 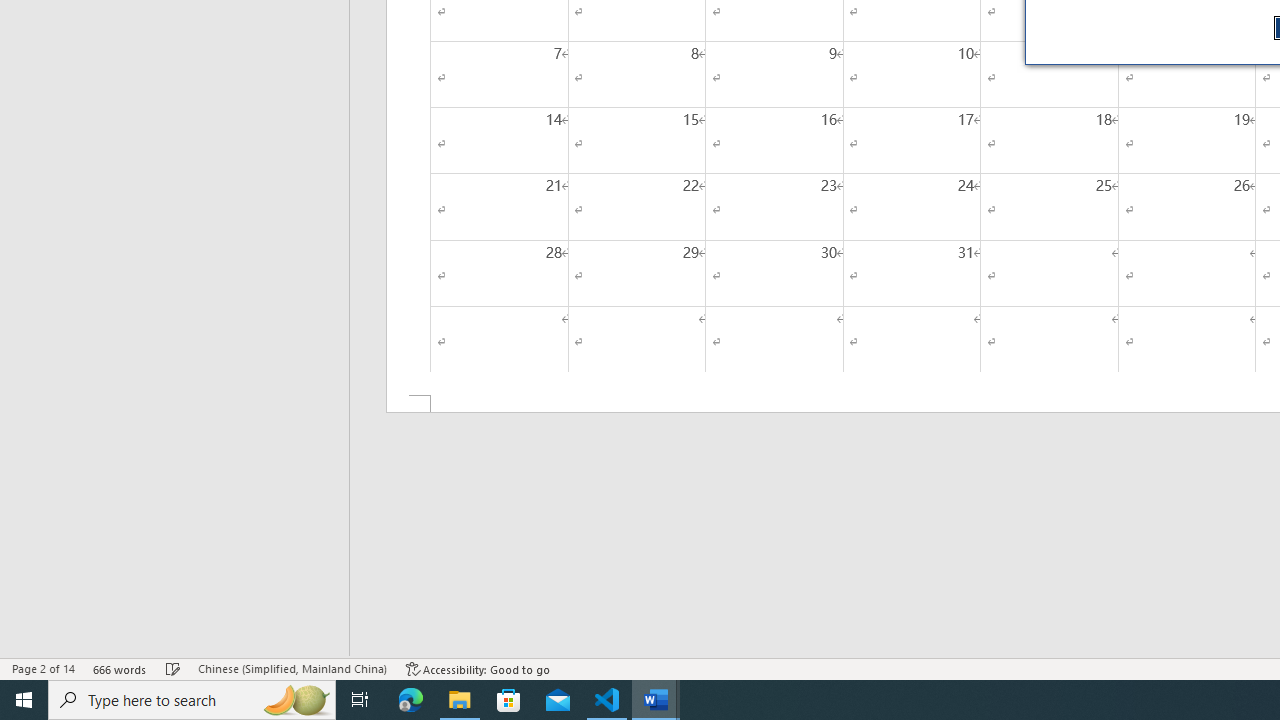 I want to click on 'Word - 2 running windows', so click(x=656, y=698).